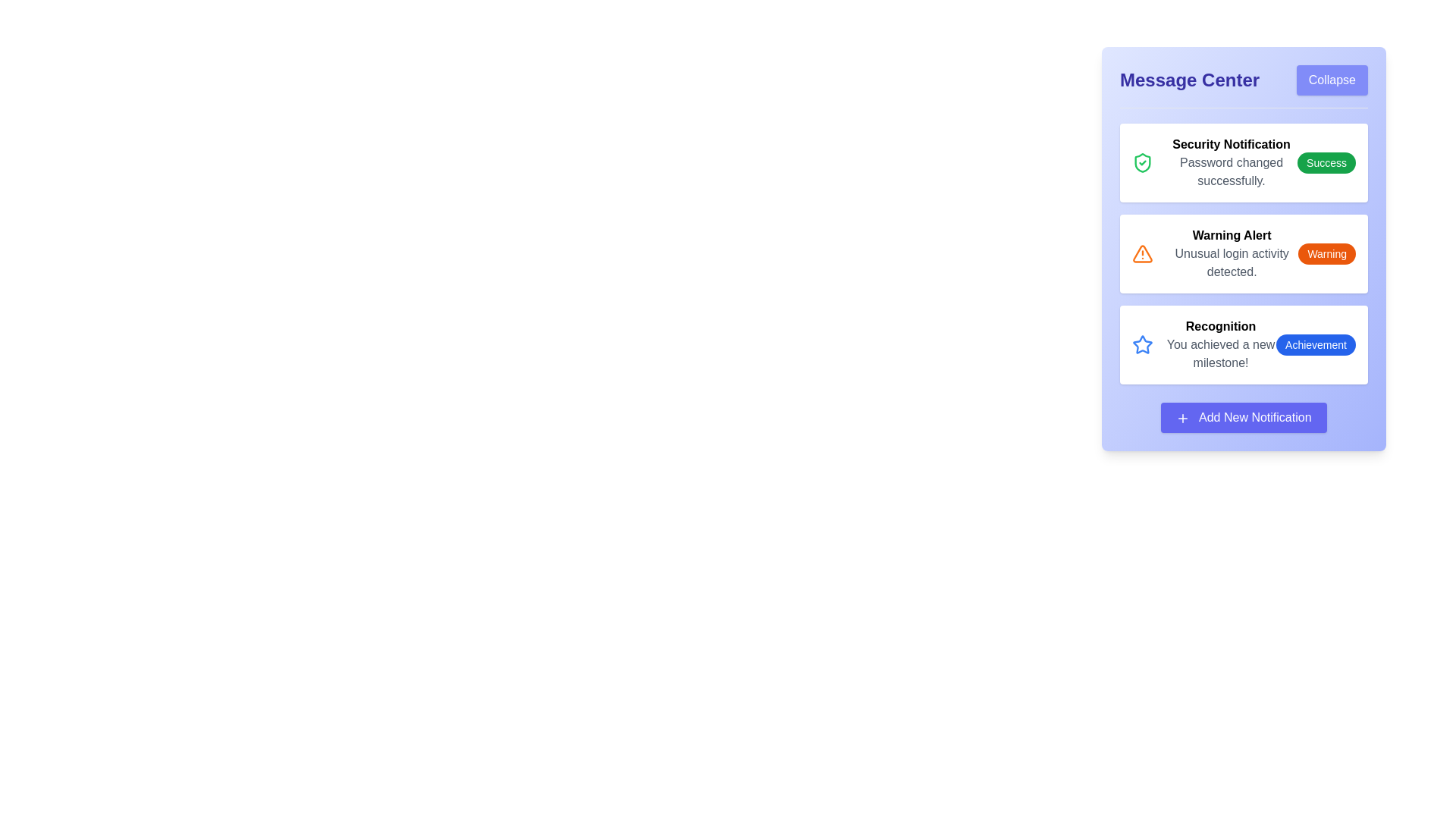  What do you see at coordinates (1221, 353) in the screenshot?
I see `congratulatory message text located at the bottom of the 'Recognition' notification card in the 'Message Center'` at bounding box center [1221, 353].